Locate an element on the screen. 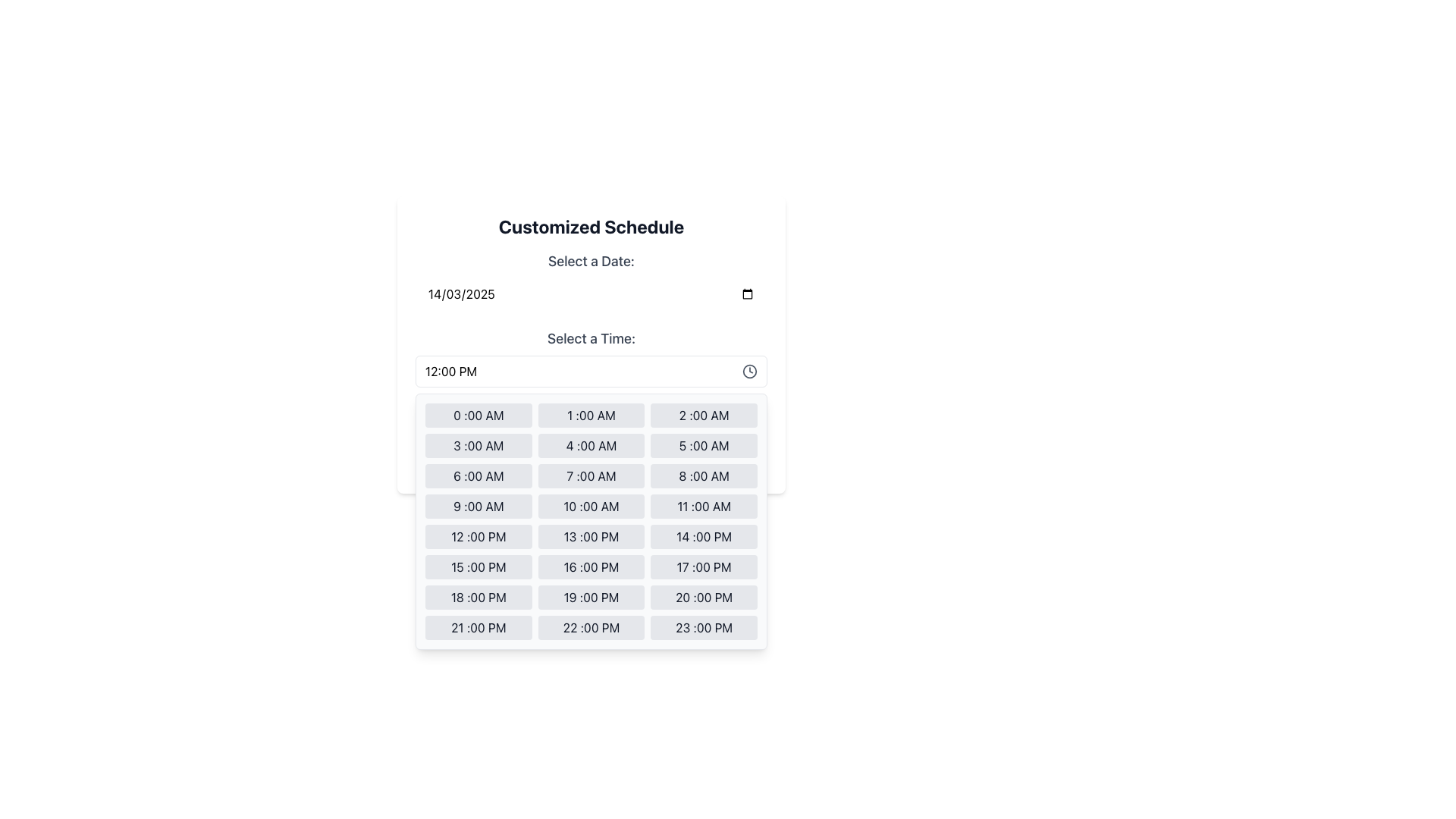 The width and height of the screenshot is (1456, 819). the button for selecting '11 :00 AM' located in the 'Select a Time' section of the time picker interface, specifically in the fourth row and third column of the grid layout is located at coordinates (703, 506).